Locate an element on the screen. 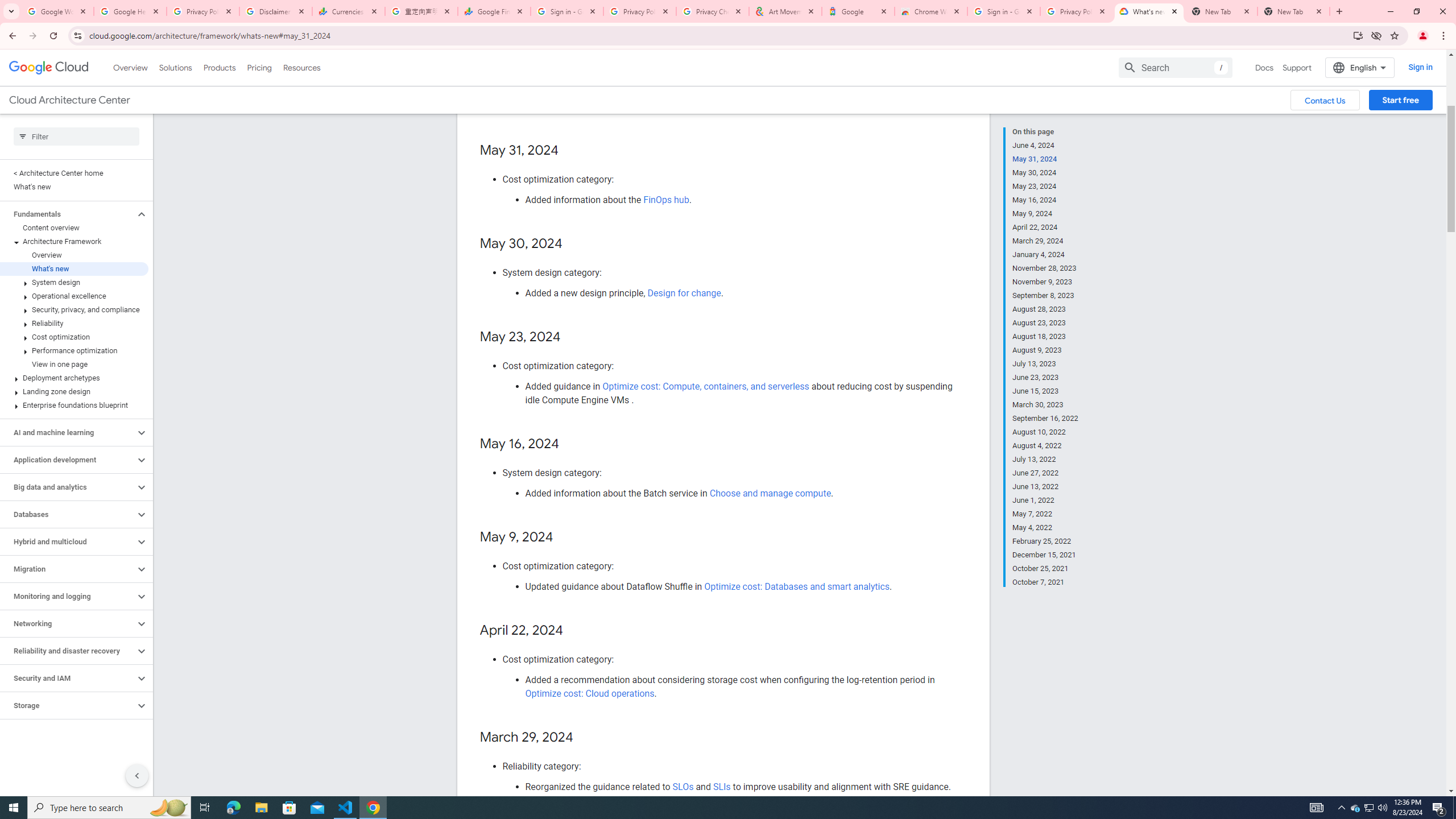  'Copy link to this section: March 29, 2024' is located at coordinates (584, 738).